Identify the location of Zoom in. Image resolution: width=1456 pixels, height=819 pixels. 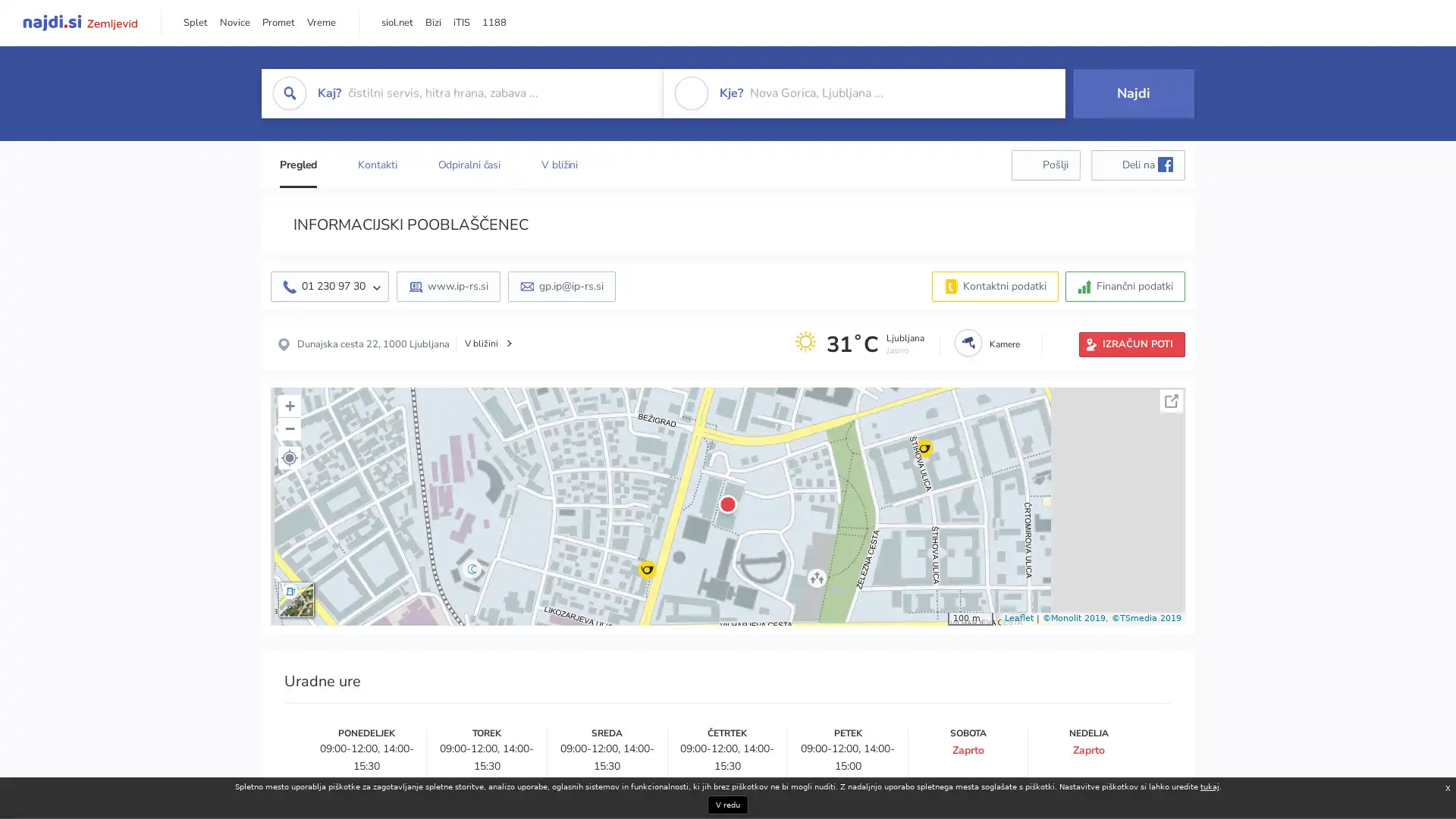
(290, 405).